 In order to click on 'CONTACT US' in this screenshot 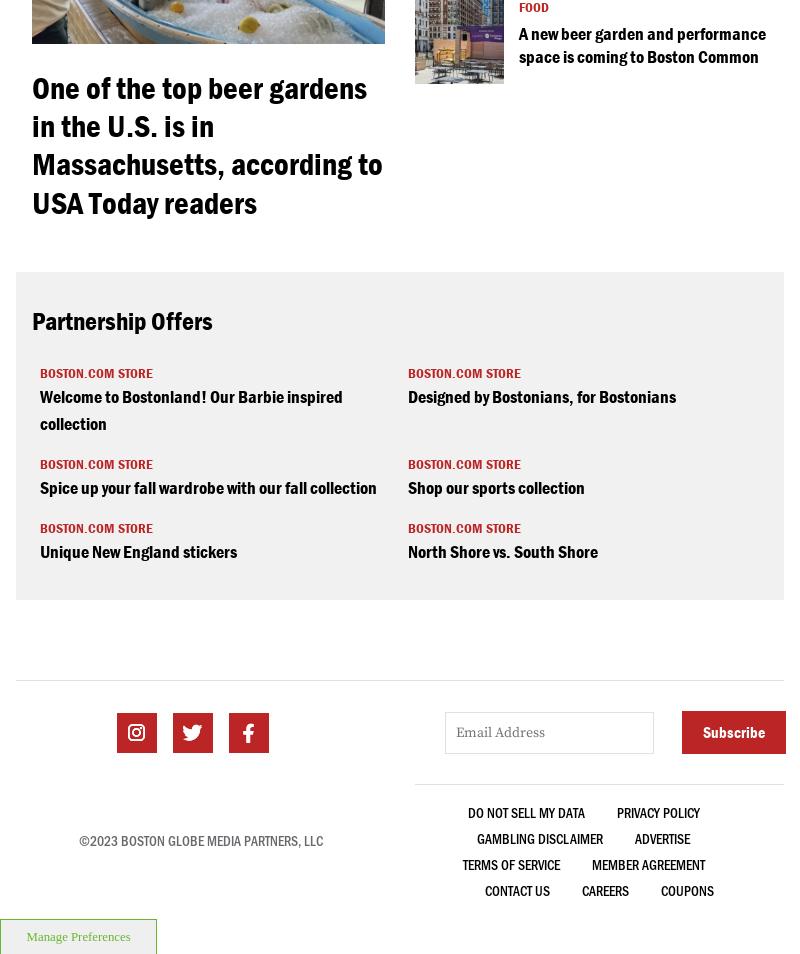, I will do `click(516, 890)`.